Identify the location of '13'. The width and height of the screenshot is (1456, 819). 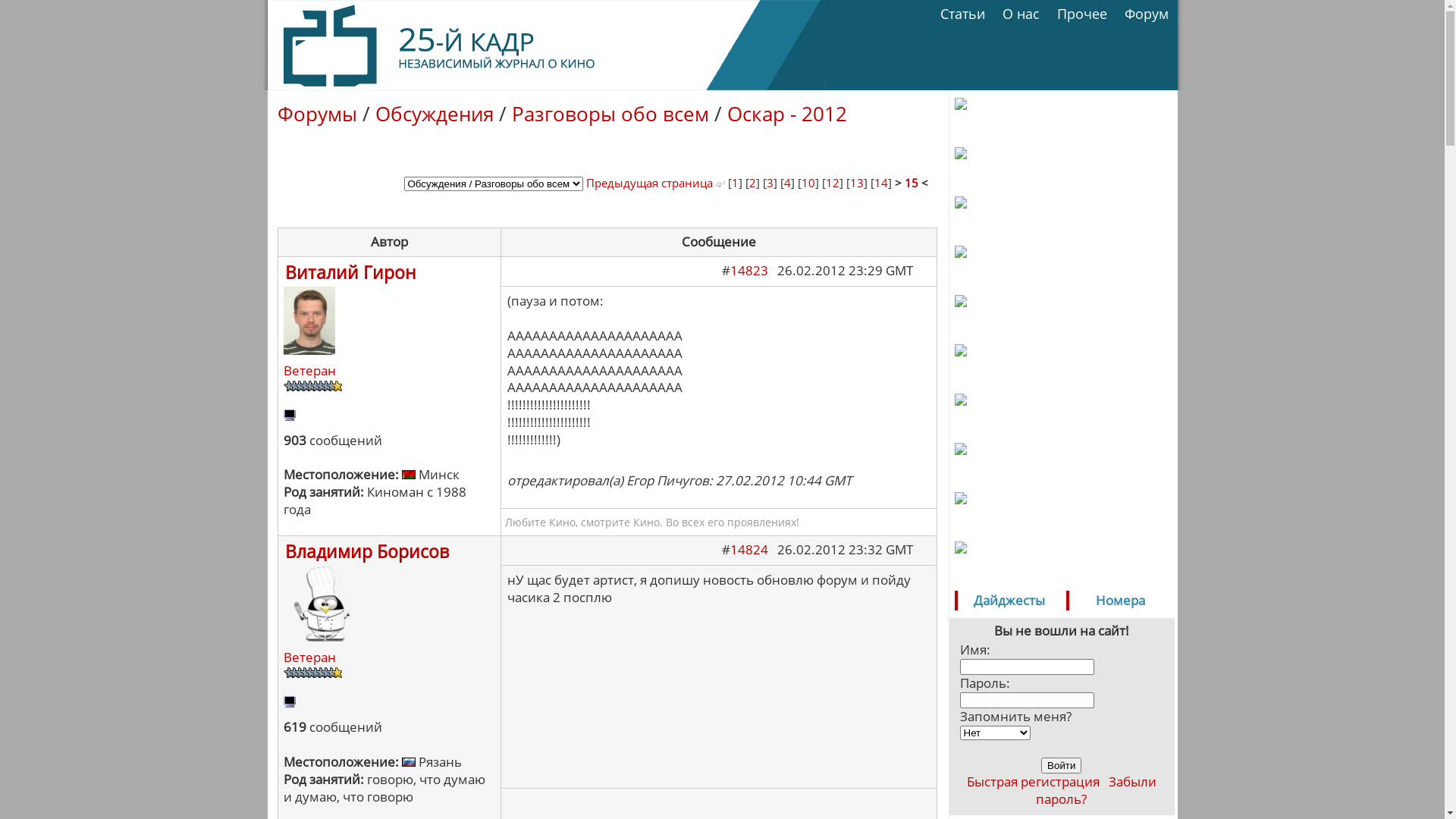
(855, 181).